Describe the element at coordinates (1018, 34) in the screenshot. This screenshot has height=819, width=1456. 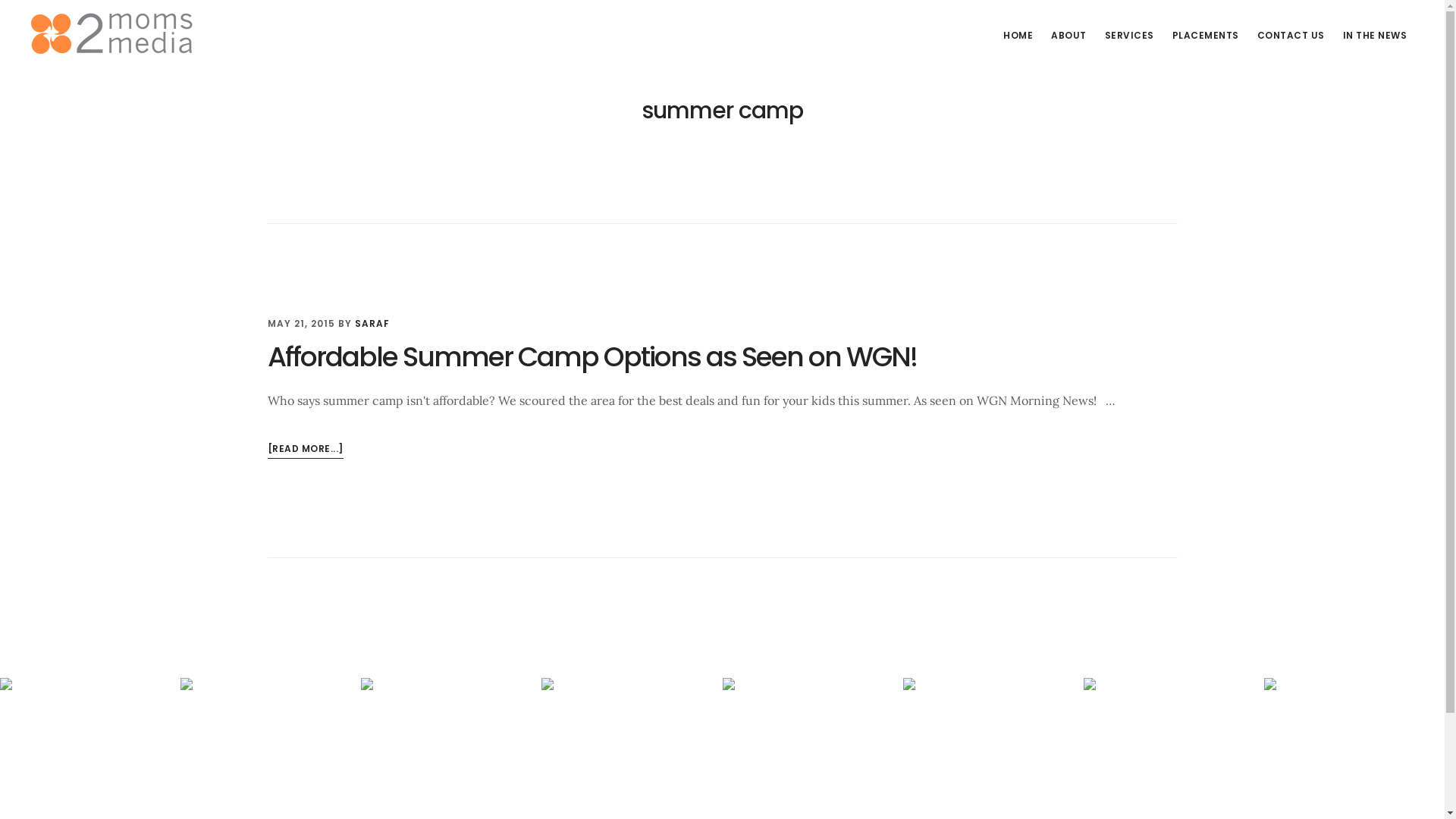
I see `'HOME'` at that location.